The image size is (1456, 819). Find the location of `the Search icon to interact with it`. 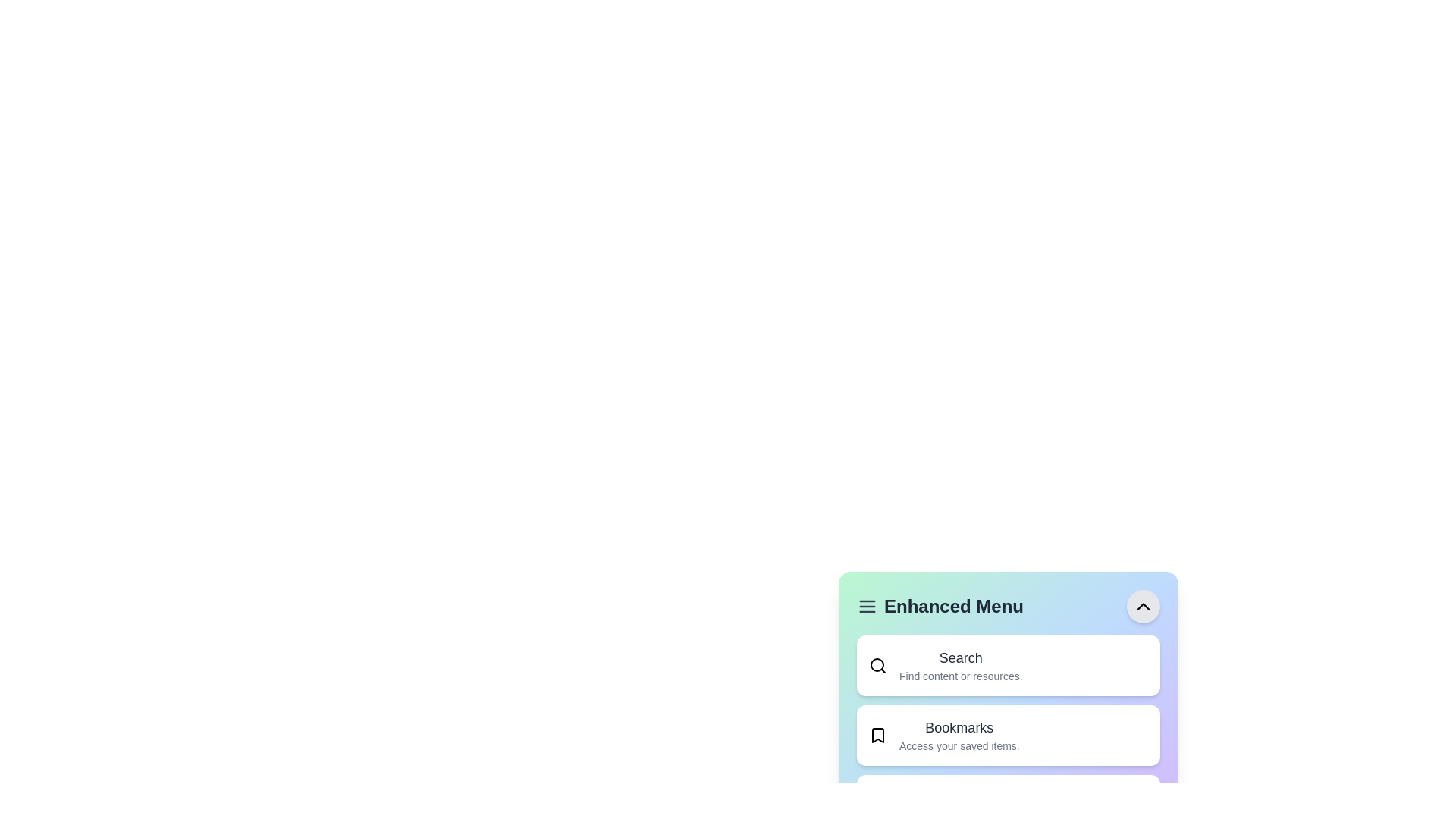

the Search icon to interact with it is located at coordinates (877, 665).